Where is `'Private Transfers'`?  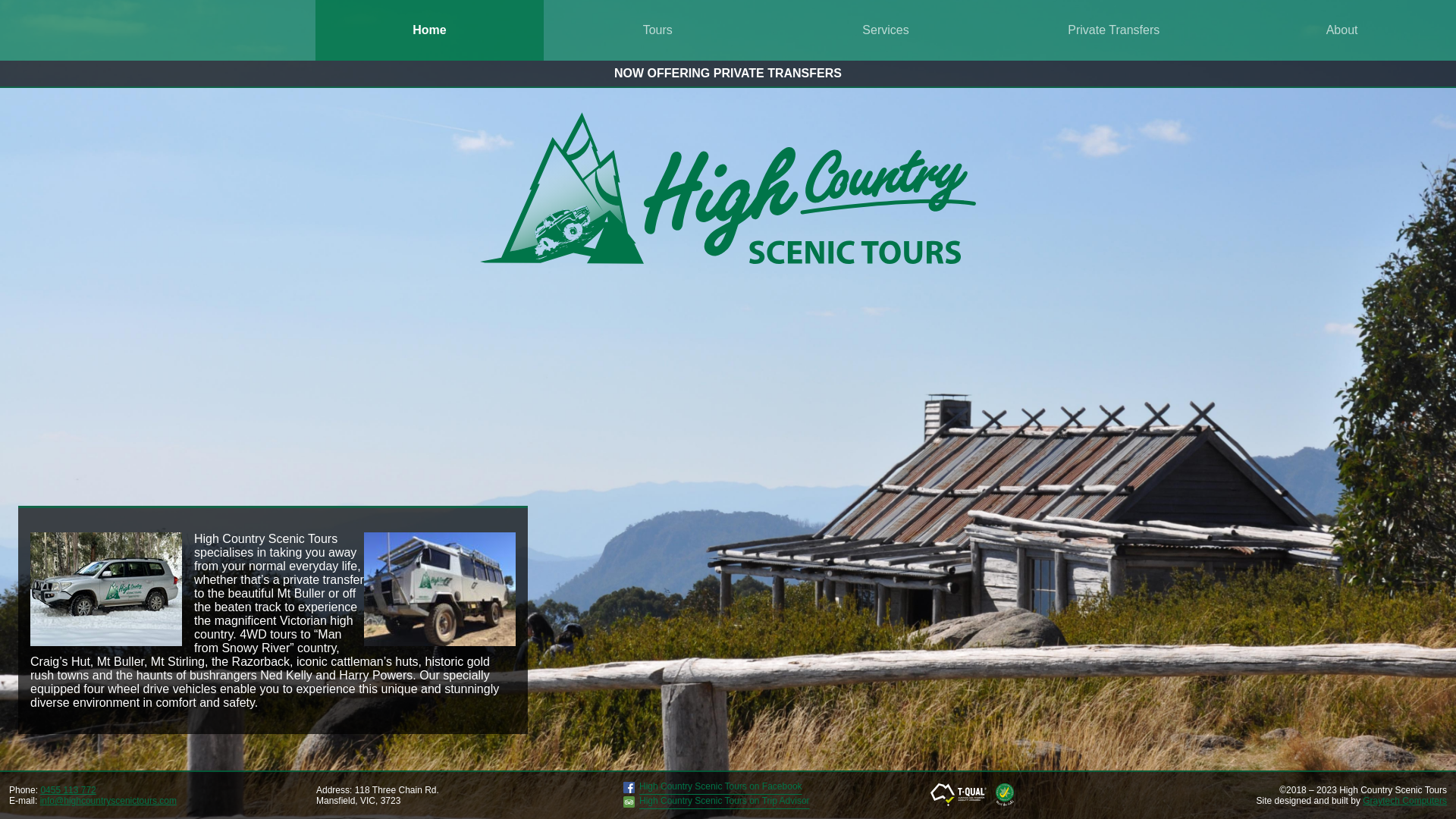 'Private Transfers' is located at coordinates (1113, 30).